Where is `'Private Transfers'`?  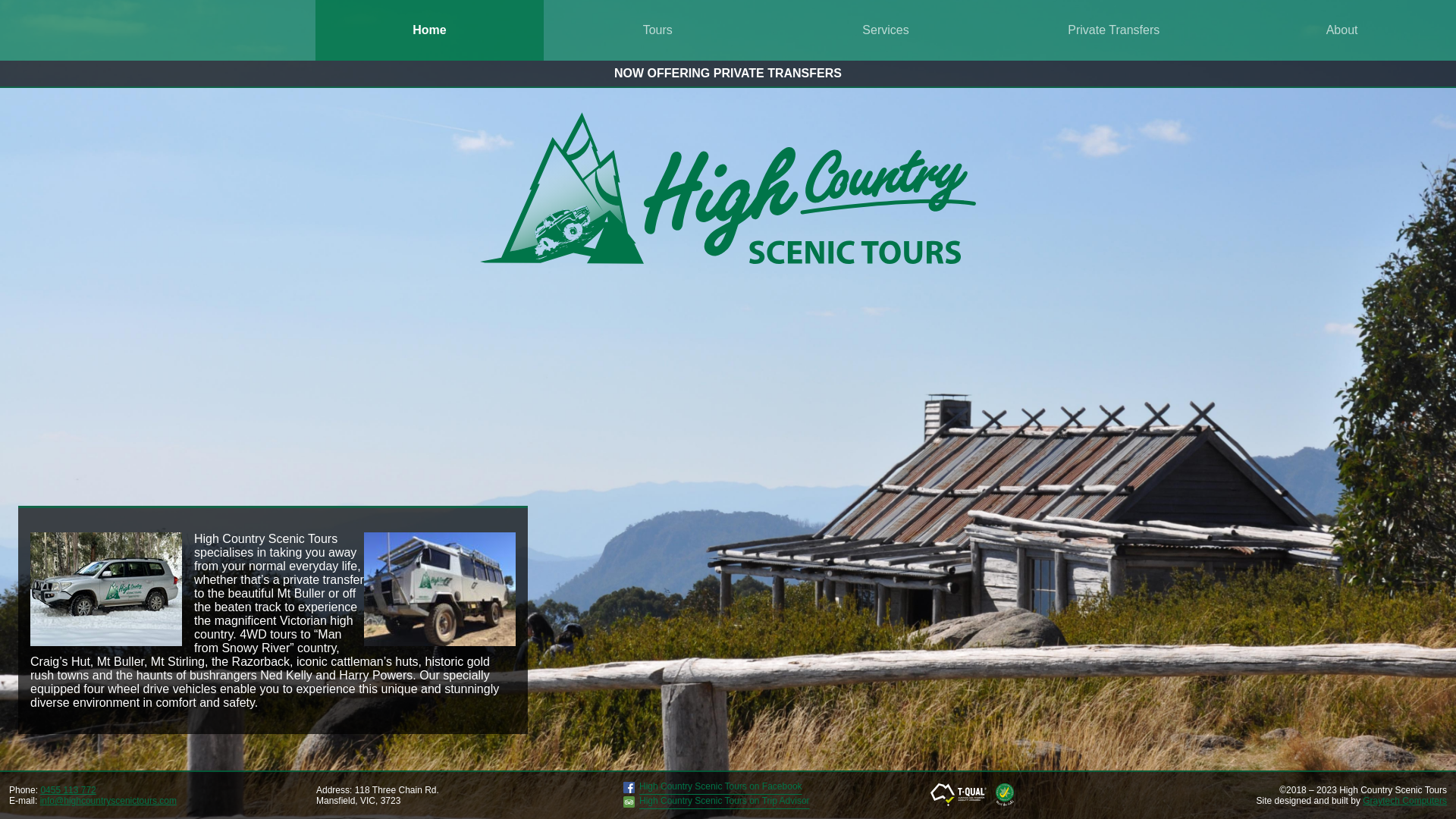 'Private Transfers' is located at coordinates (1113, 30).